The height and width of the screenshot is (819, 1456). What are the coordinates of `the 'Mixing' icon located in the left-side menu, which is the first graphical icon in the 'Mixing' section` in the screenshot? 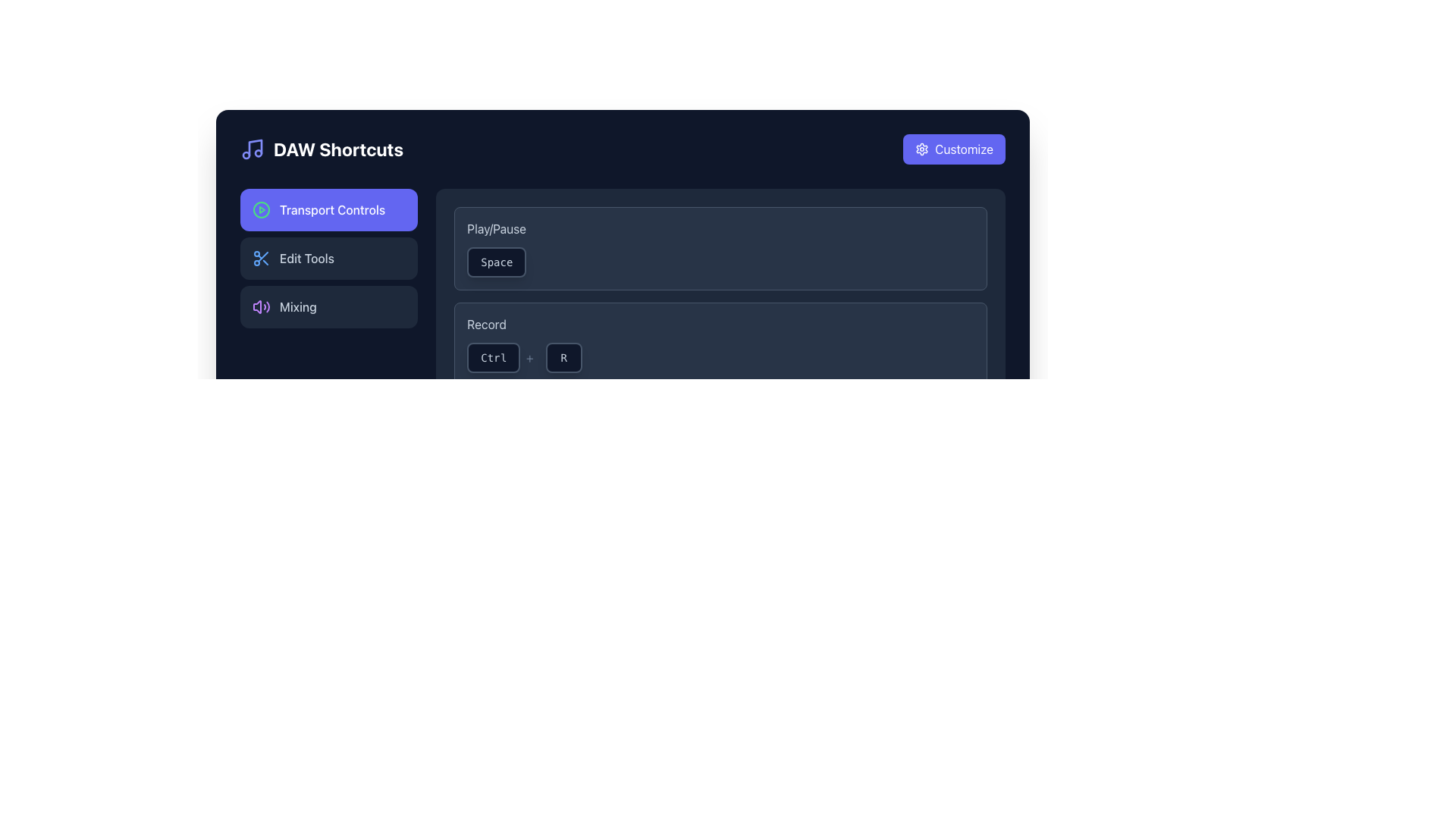 It's located at (262, 307).